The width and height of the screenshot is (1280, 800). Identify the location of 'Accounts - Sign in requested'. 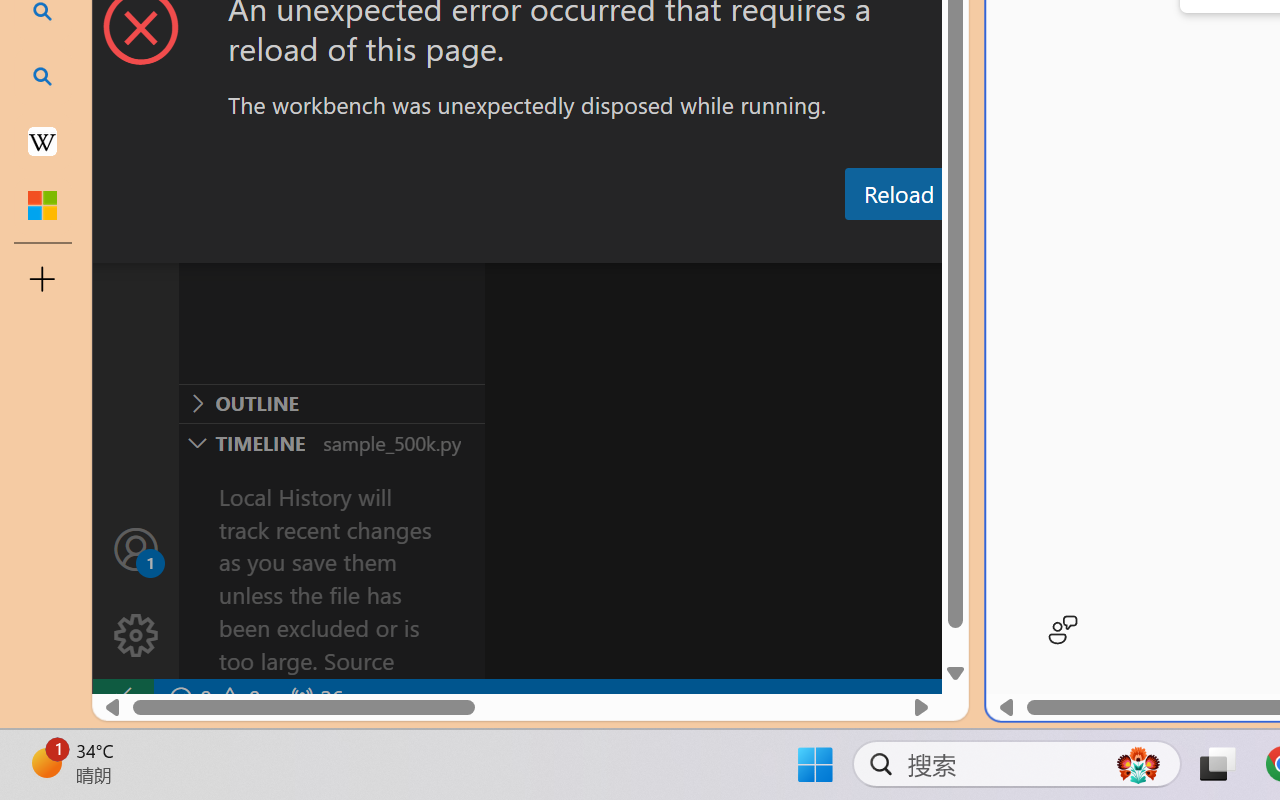
(134, 548).